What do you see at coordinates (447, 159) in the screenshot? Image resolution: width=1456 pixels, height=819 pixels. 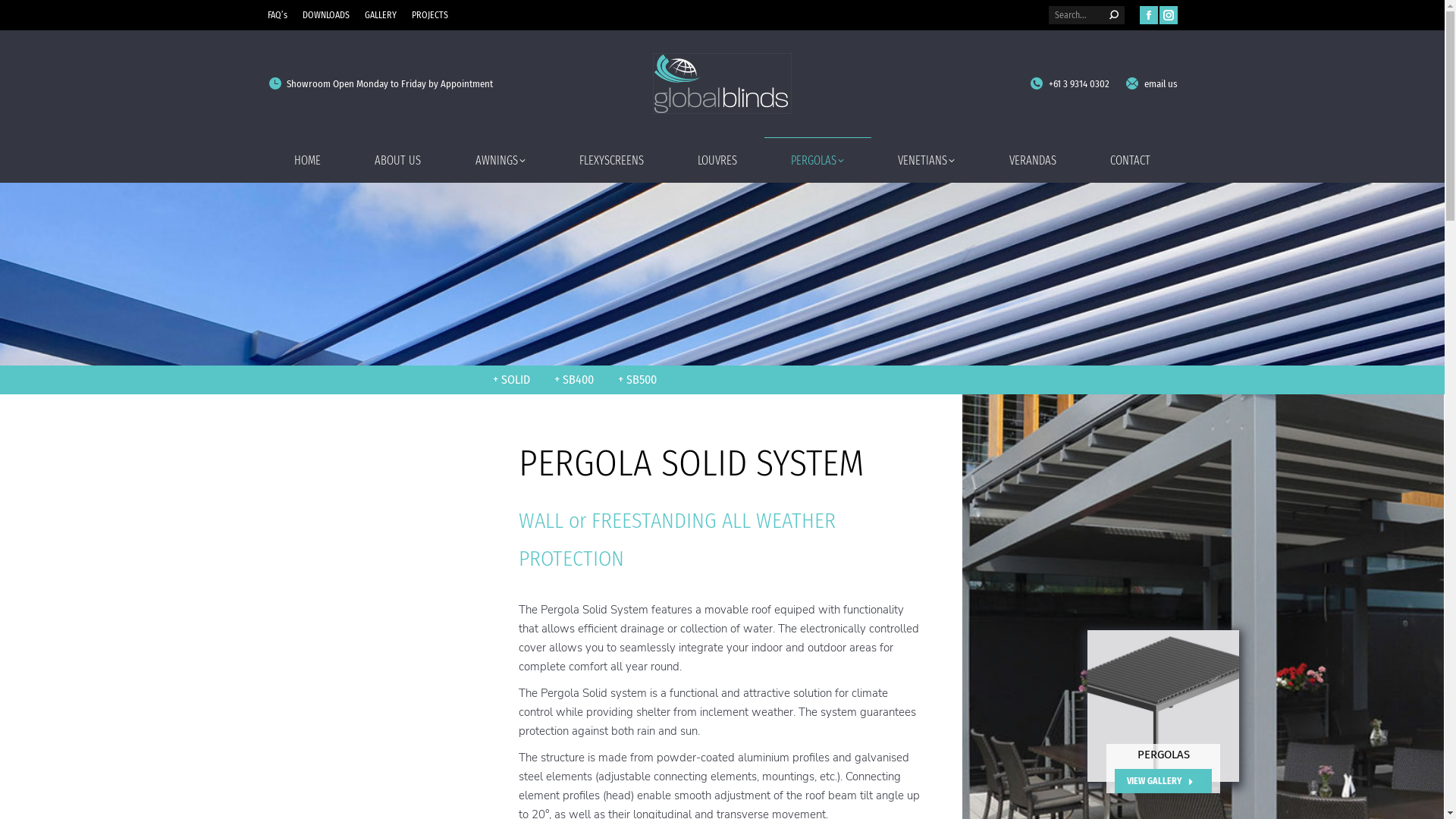 I see `'AWNINGS'` at bounding box center [447, 159].